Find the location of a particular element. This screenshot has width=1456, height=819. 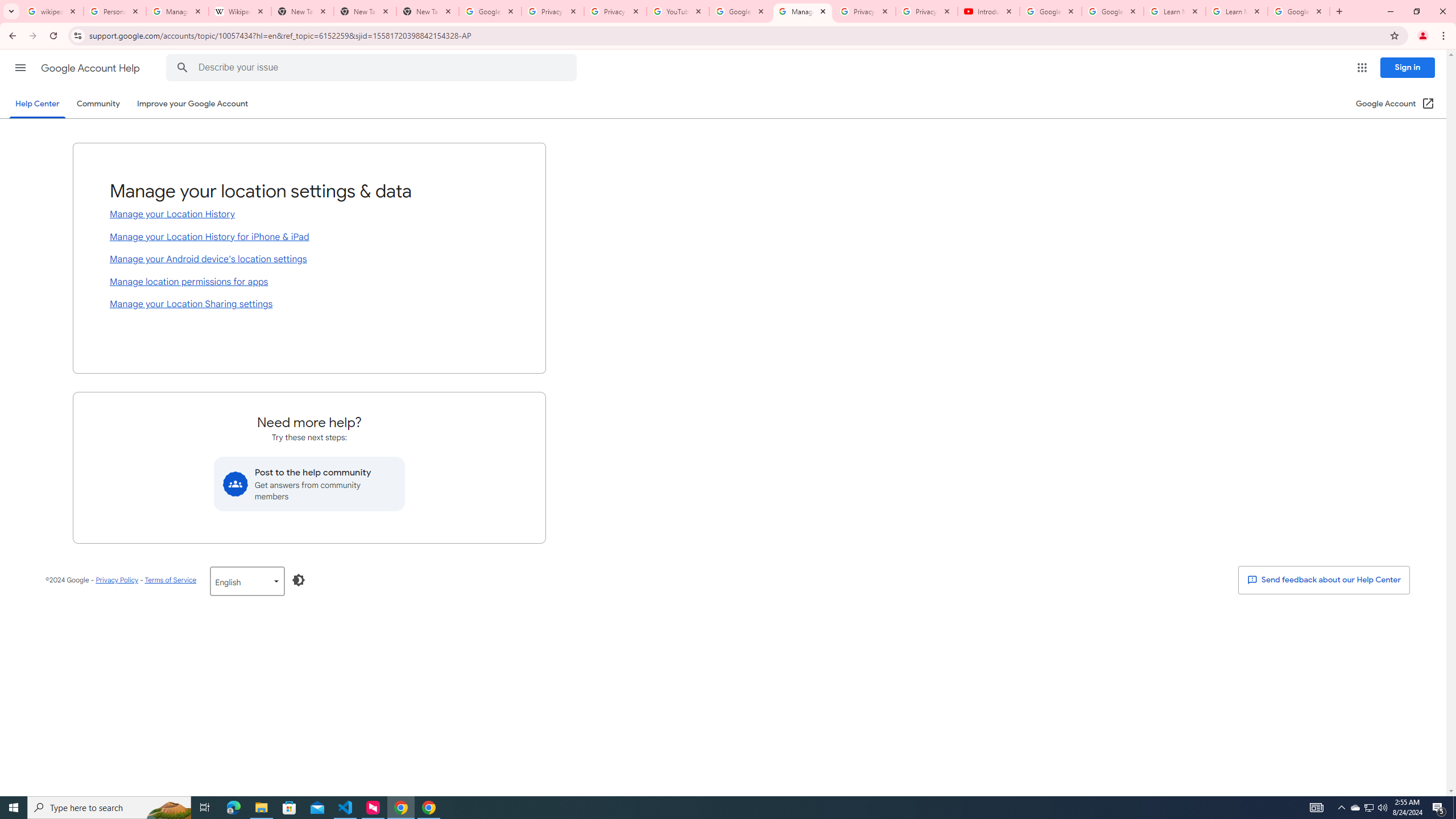

'Manage your Location History - Google Search Help' is located at coordinates (177, 11).